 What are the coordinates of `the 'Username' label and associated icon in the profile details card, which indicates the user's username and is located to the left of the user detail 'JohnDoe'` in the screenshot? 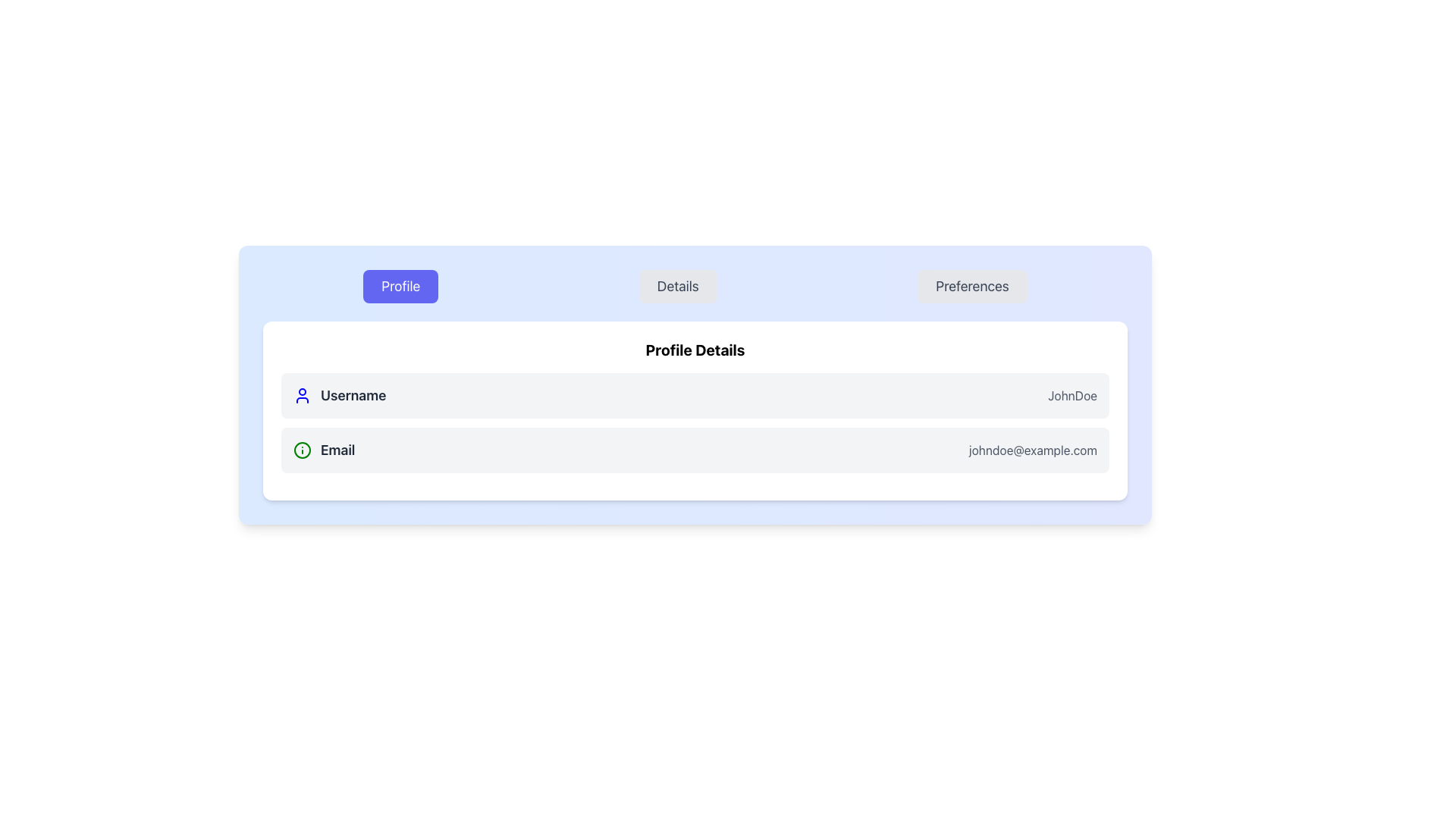 It's located at (339, 394).